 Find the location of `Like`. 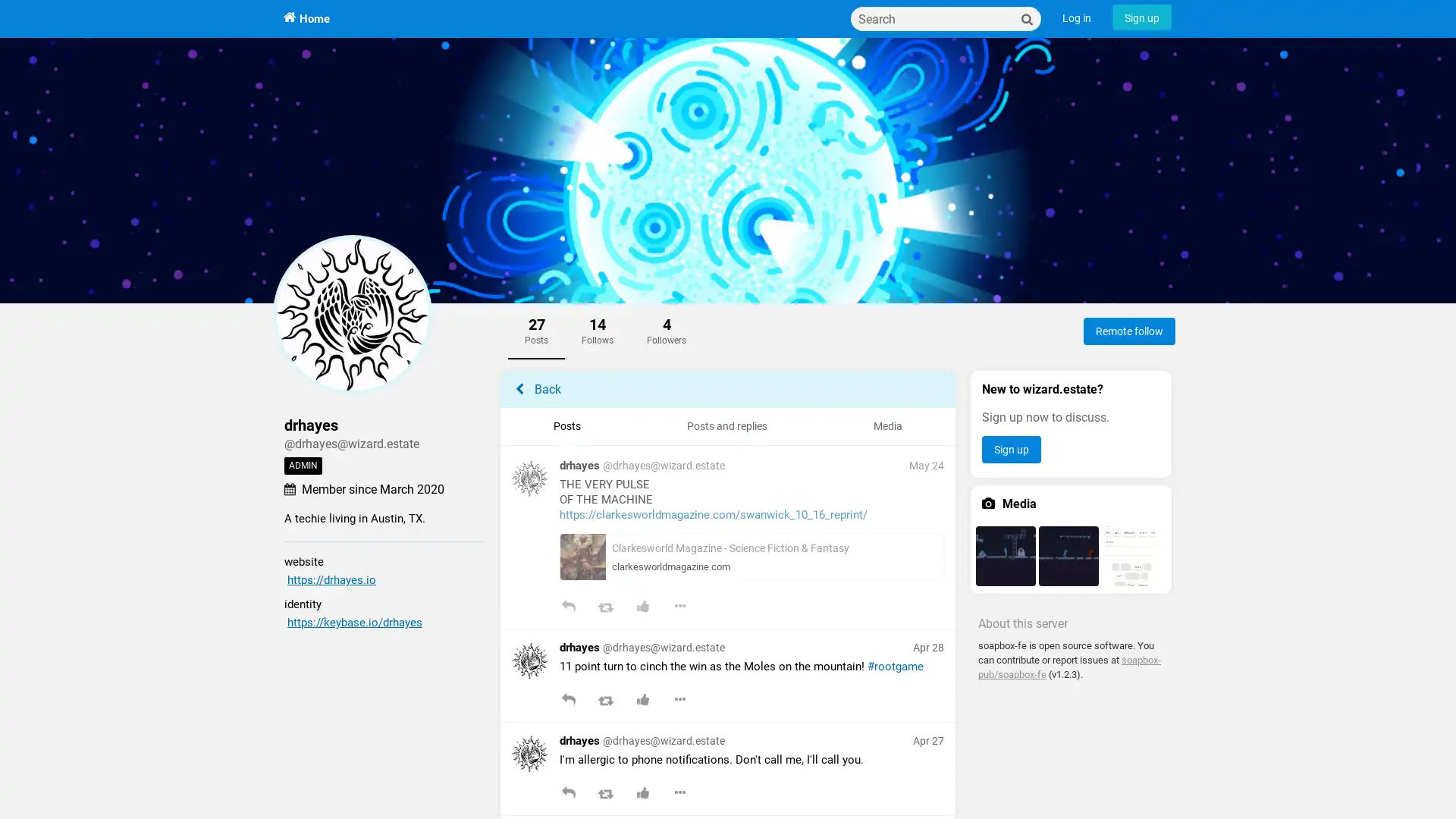

Like is located at coordinates (642, 607).